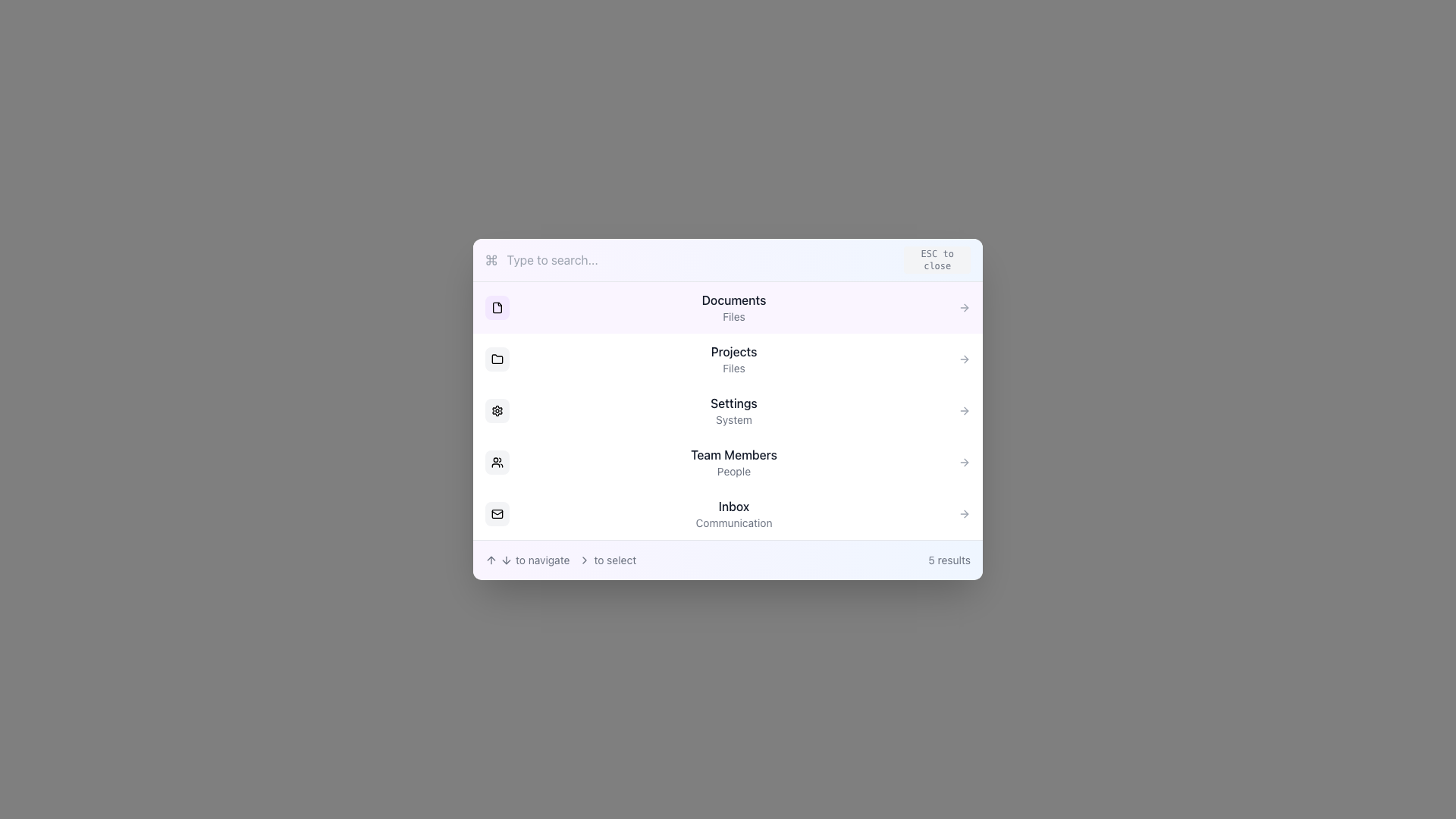  What do you see at coordinates (734, 315) in the screenshot?
I see `the 'Files' text label element, which is a small gray text displayed under 'Documents' in the list view` at bounding box center [734, 315].